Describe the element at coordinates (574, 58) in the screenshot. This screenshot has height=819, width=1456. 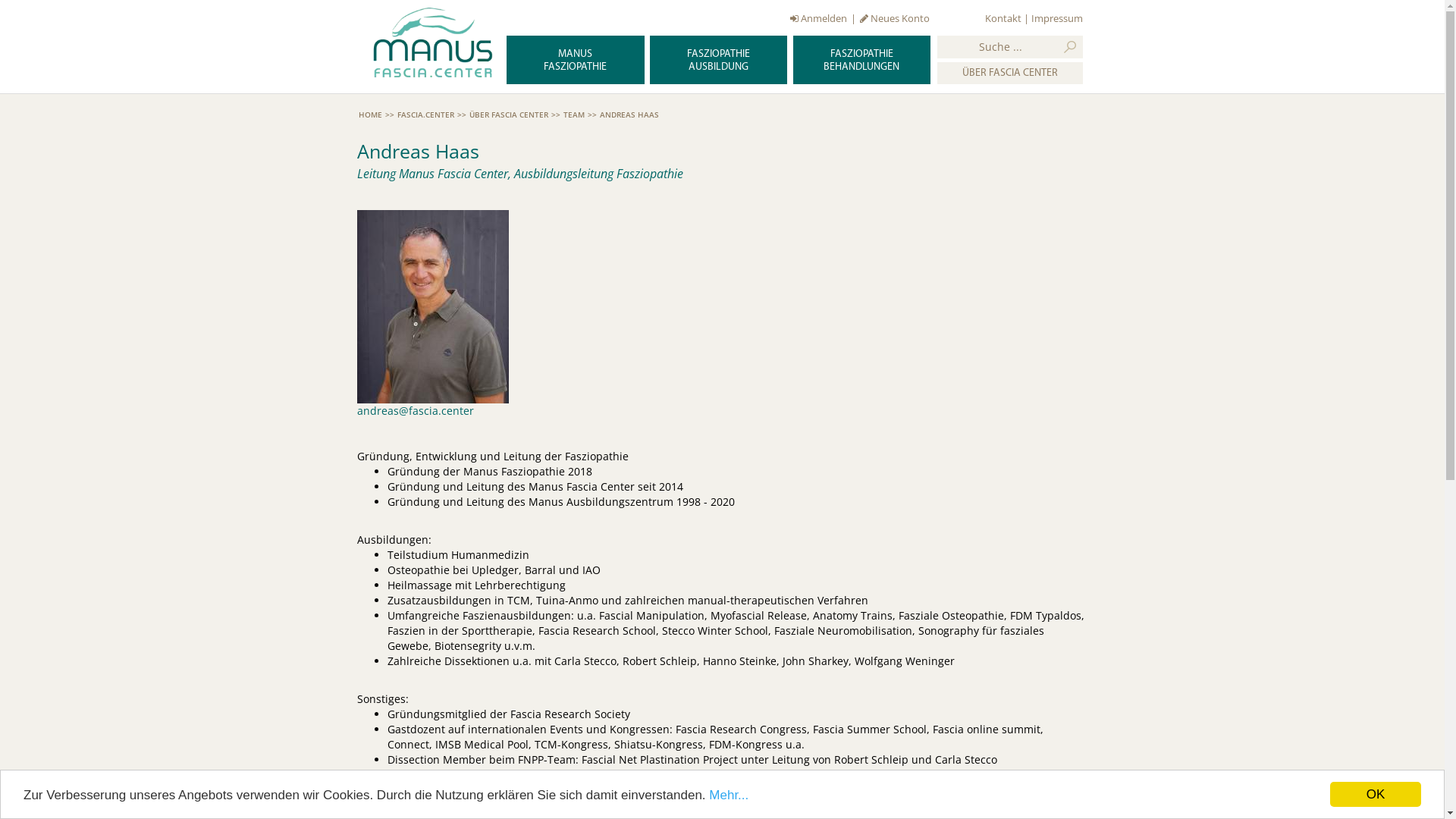
I see `'MANUS FASZIOPATHIE'` at that location.